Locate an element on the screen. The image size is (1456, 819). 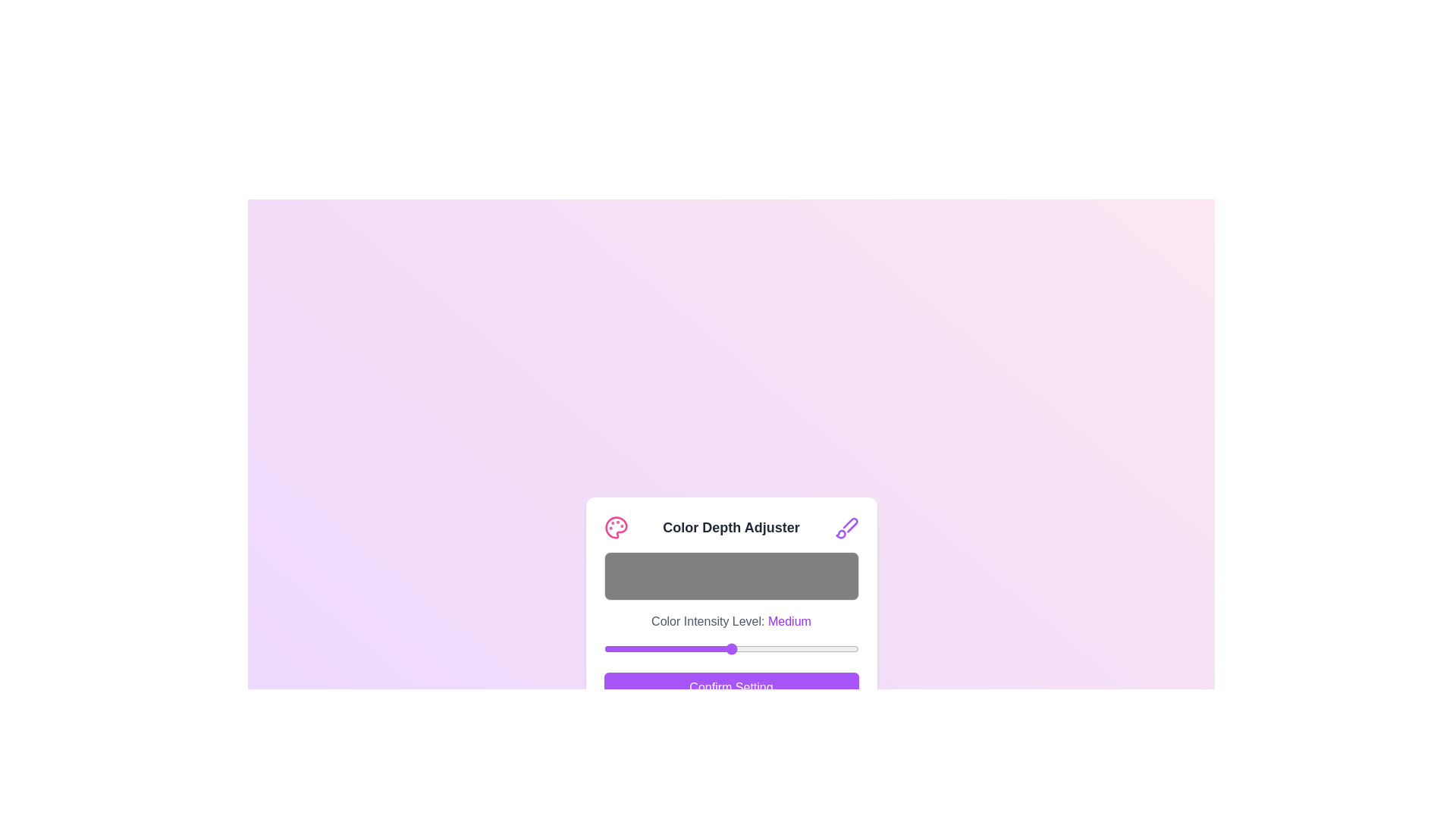
the color intensity slider to 192 where 192 is a value between 0 and 255 is located at coordinates (795, 648).